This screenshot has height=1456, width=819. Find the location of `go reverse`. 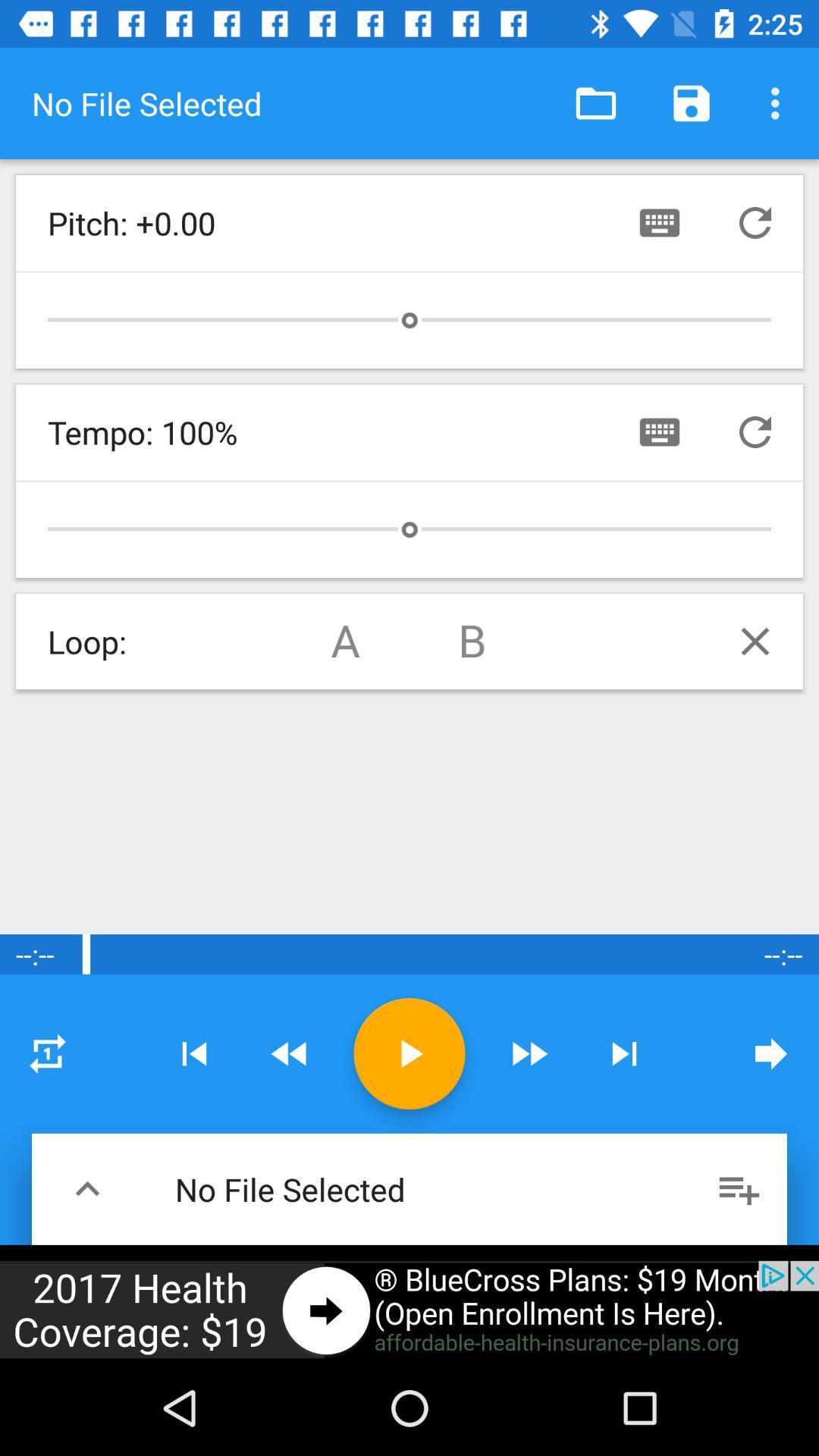

go reverse is located at coordinates (290, 1053).